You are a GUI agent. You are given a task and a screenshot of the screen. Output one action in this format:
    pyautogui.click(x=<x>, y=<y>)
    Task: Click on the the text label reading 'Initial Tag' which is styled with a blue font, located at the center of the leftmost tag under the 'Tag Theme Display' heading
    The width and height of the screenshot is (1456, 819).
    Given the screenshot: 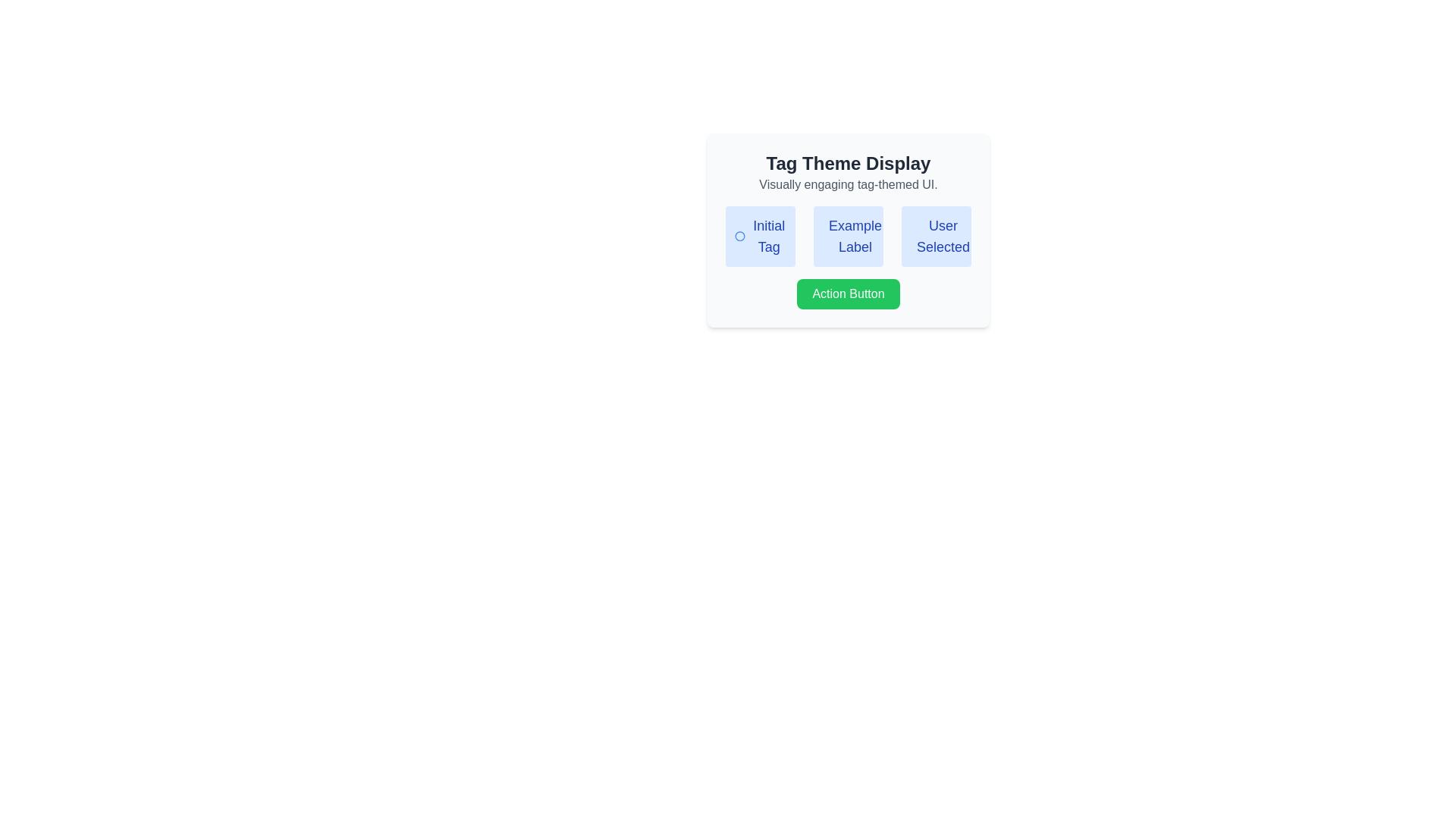 What is the action you would take?
    pyautogui.click(x=769, y=237)
    